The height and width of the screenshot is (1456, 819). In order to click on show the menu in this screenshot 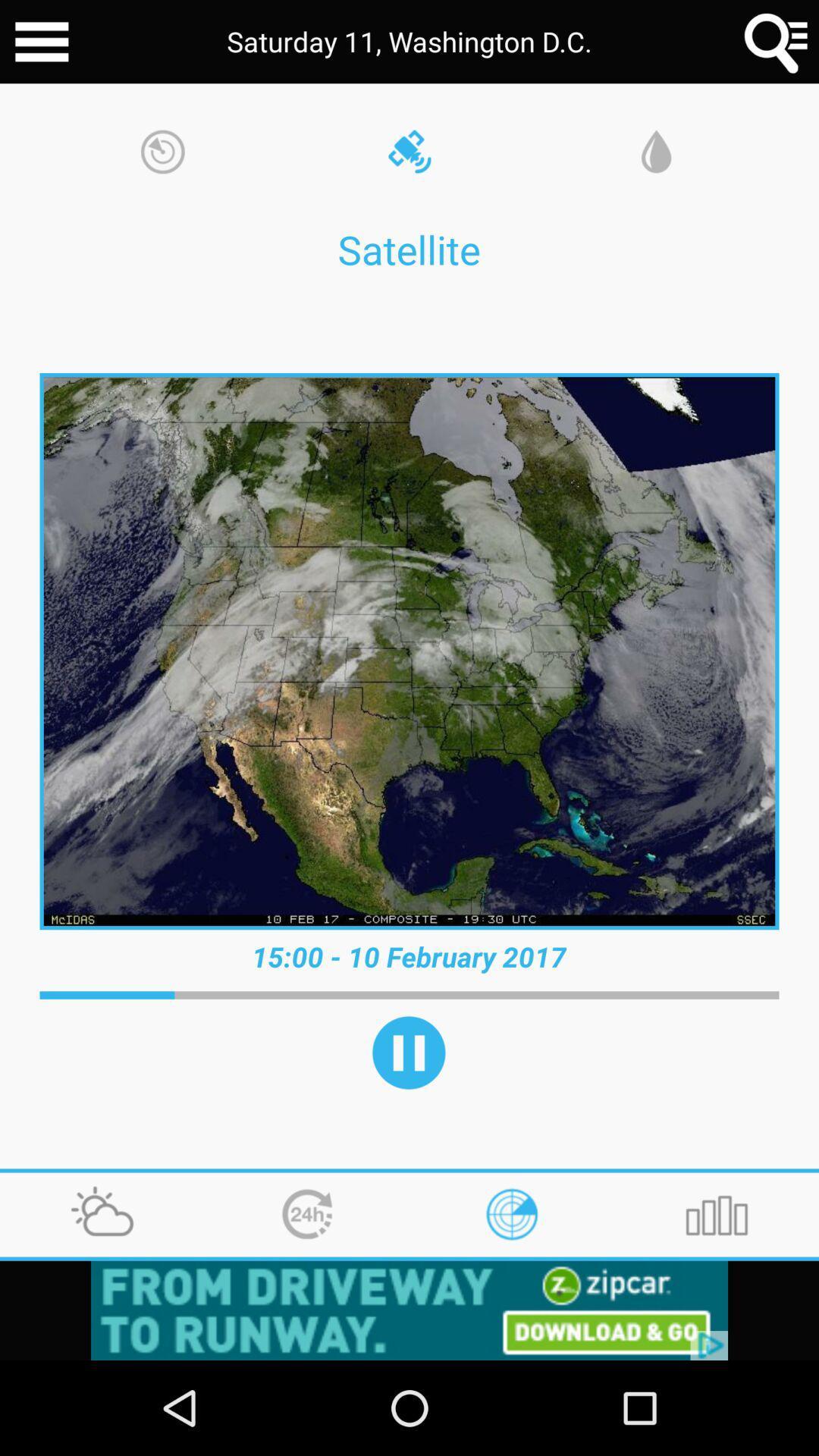, I will do `click(41, 42)`.